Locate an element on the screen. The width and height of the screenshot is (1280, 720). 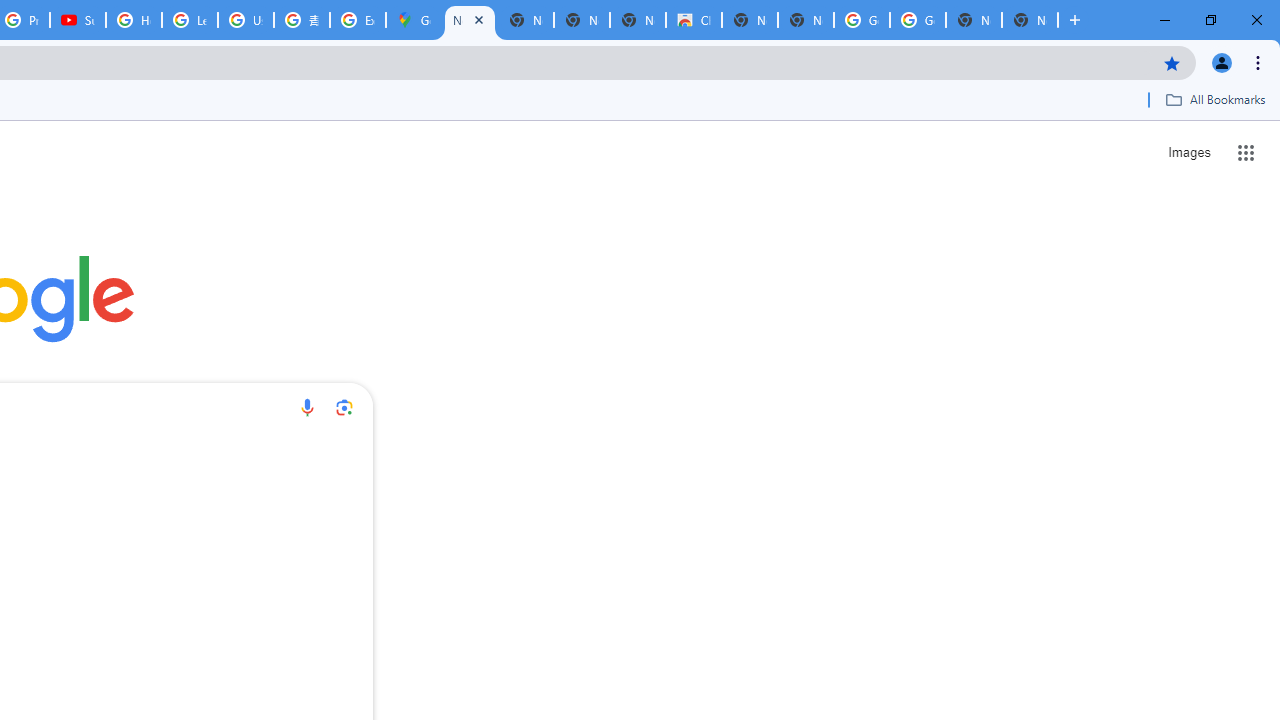
'New Tab' is located at coordinates (1030, 20).